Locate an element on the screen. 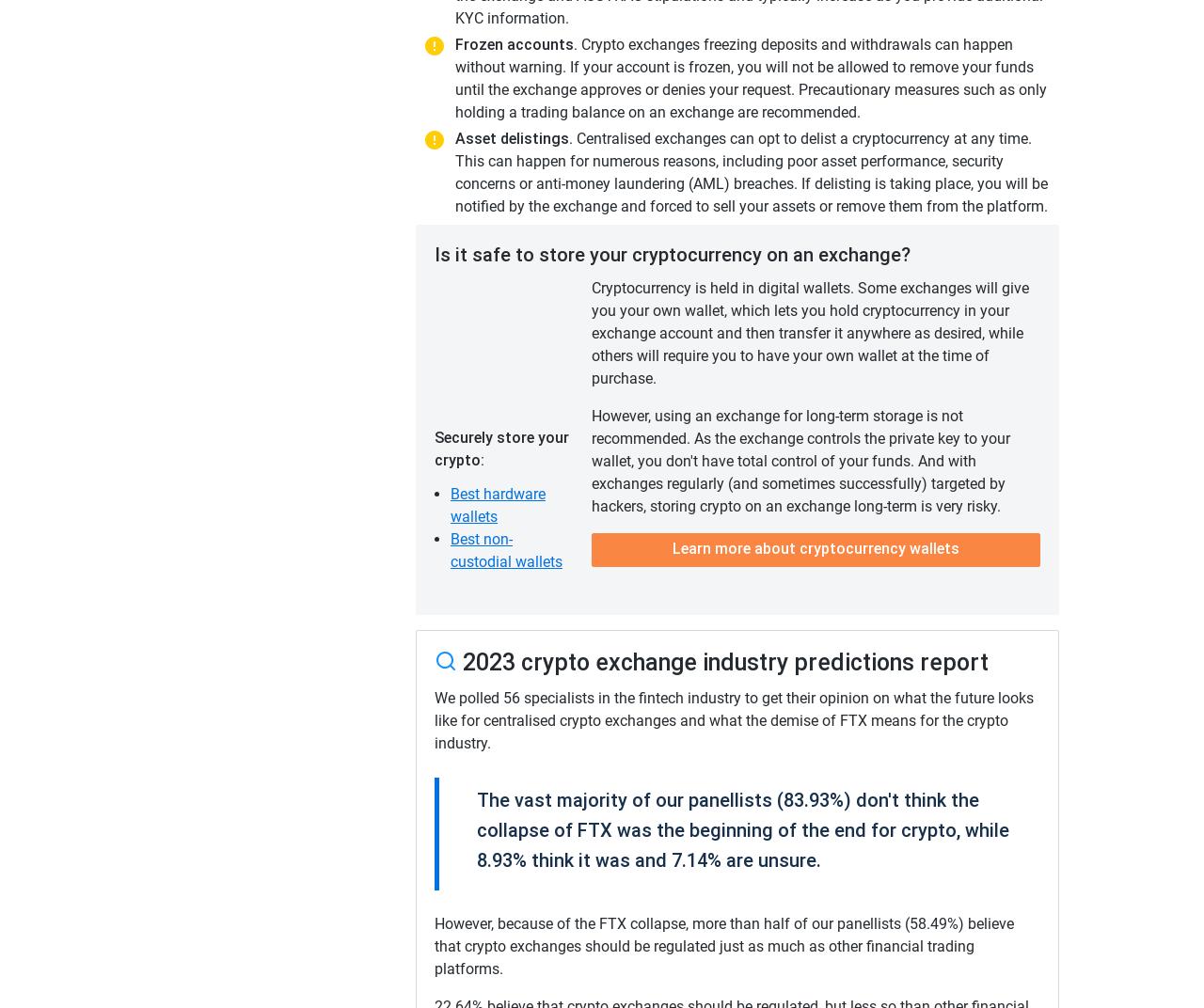 The height and width of the screenshot is (1008, 1204). 'Securely store your crypto:' is located at coordinates (433, 449).